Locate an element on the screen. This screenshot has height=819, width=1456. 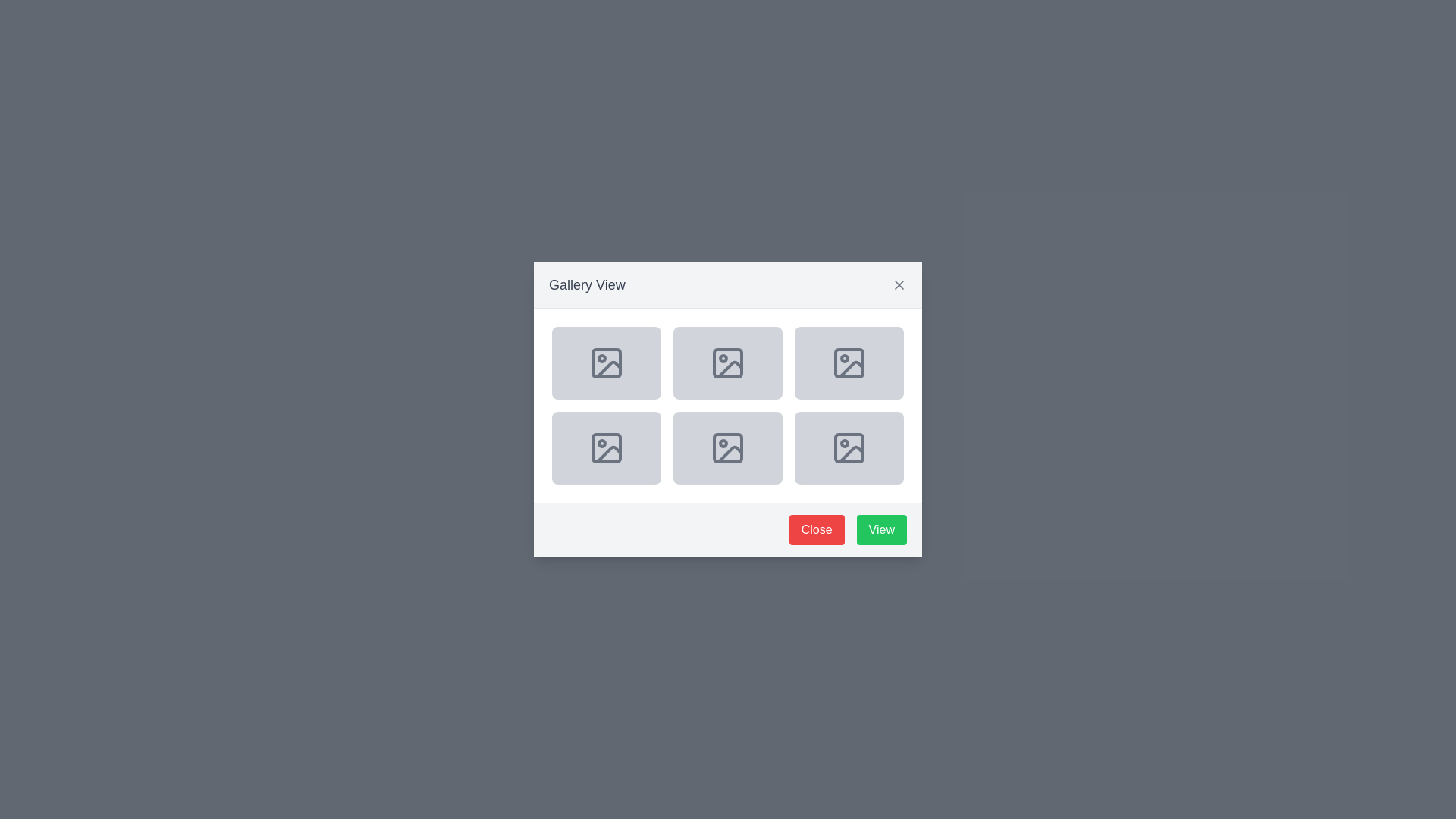
the second card in the second row of the grid layout in the 'Gallery View' modal, which is a light gray rectangular card with rounded corners and an image placeholder icon at its center is located at coordinates (728, 362).